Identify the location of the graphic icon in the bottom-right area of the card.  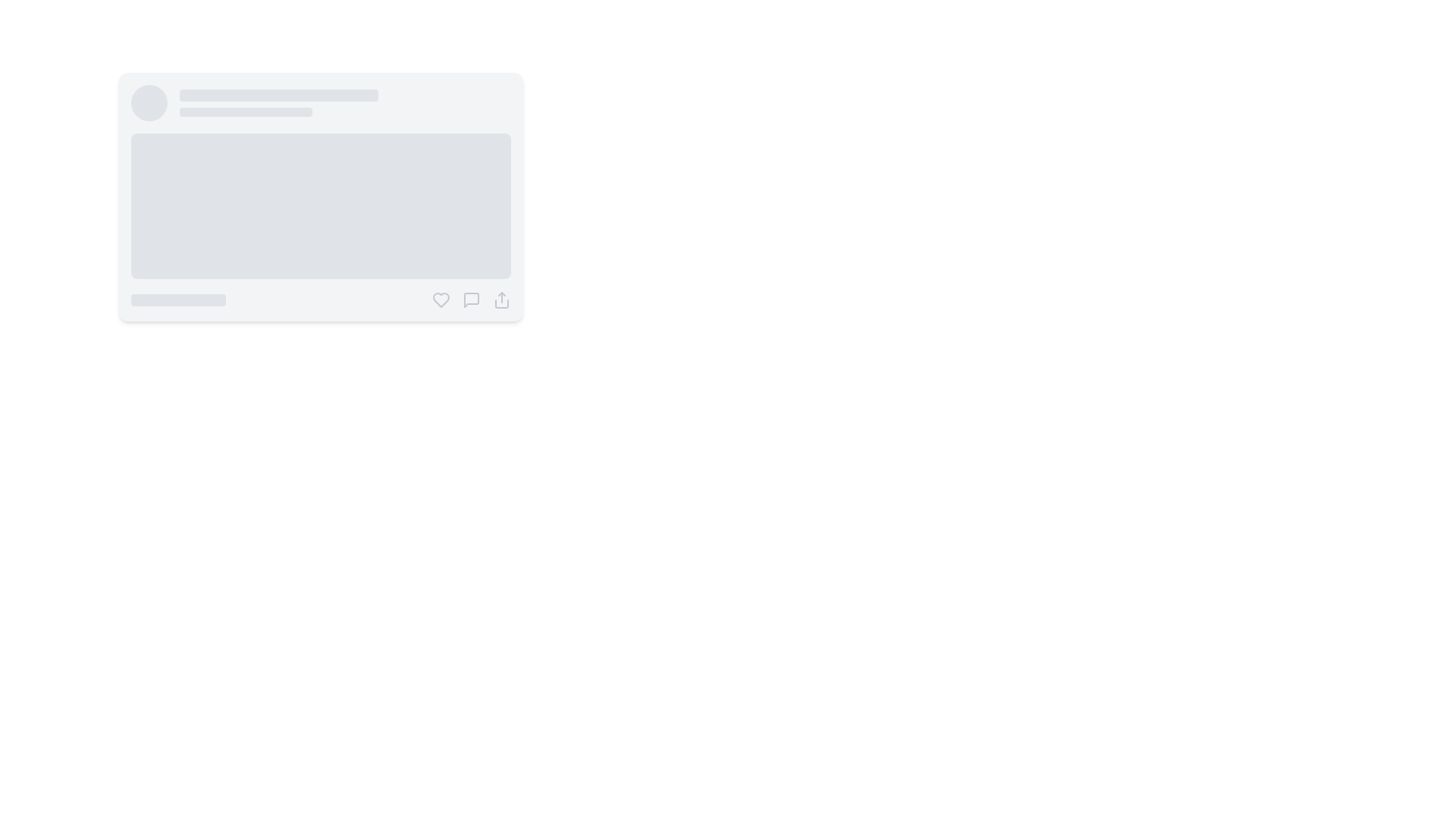
(440, 300).